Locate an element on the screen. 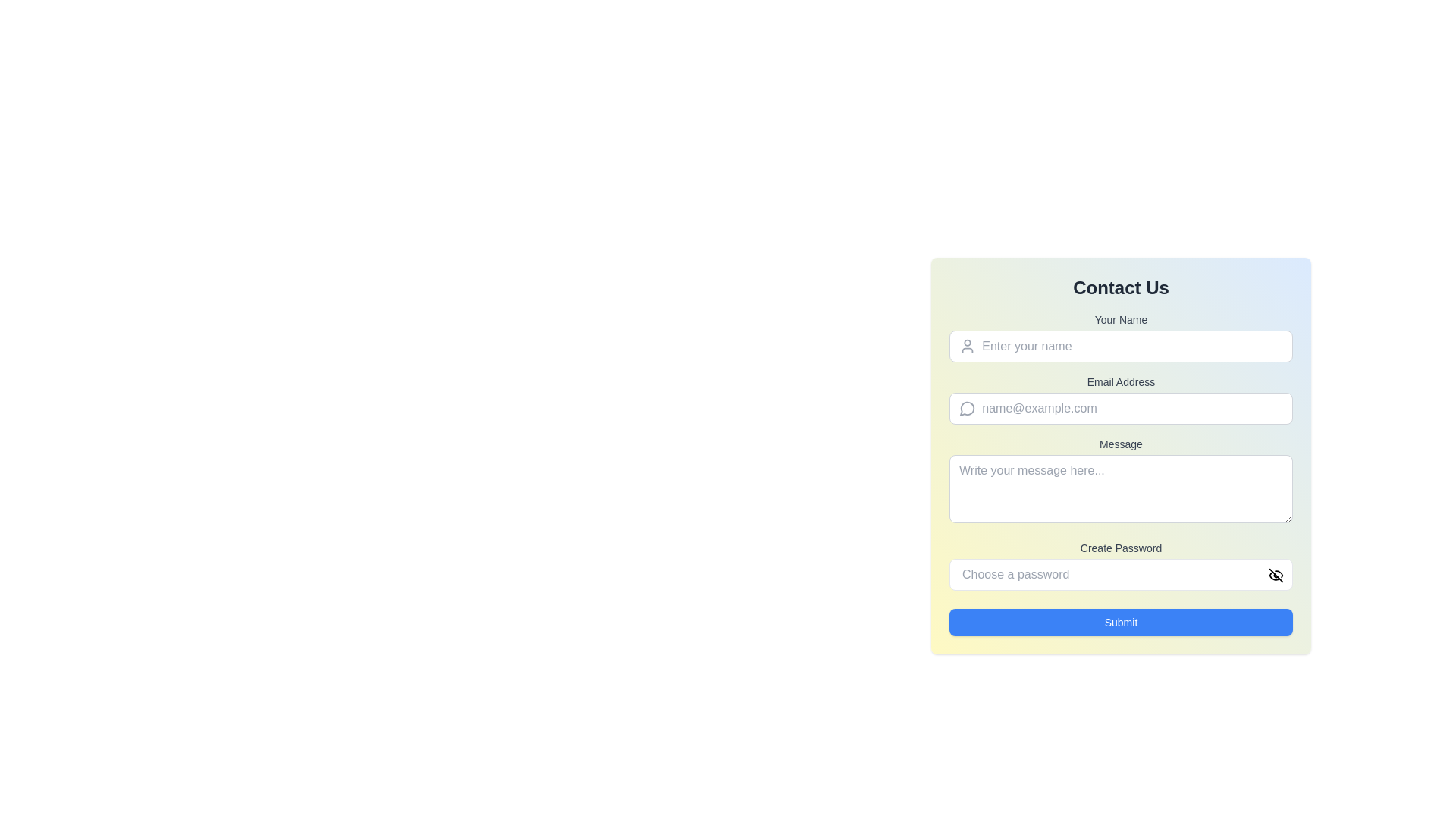 The image size is (1456, 819). the eye-off icon element in the SVG representation is located at coordinates (1276, 576).